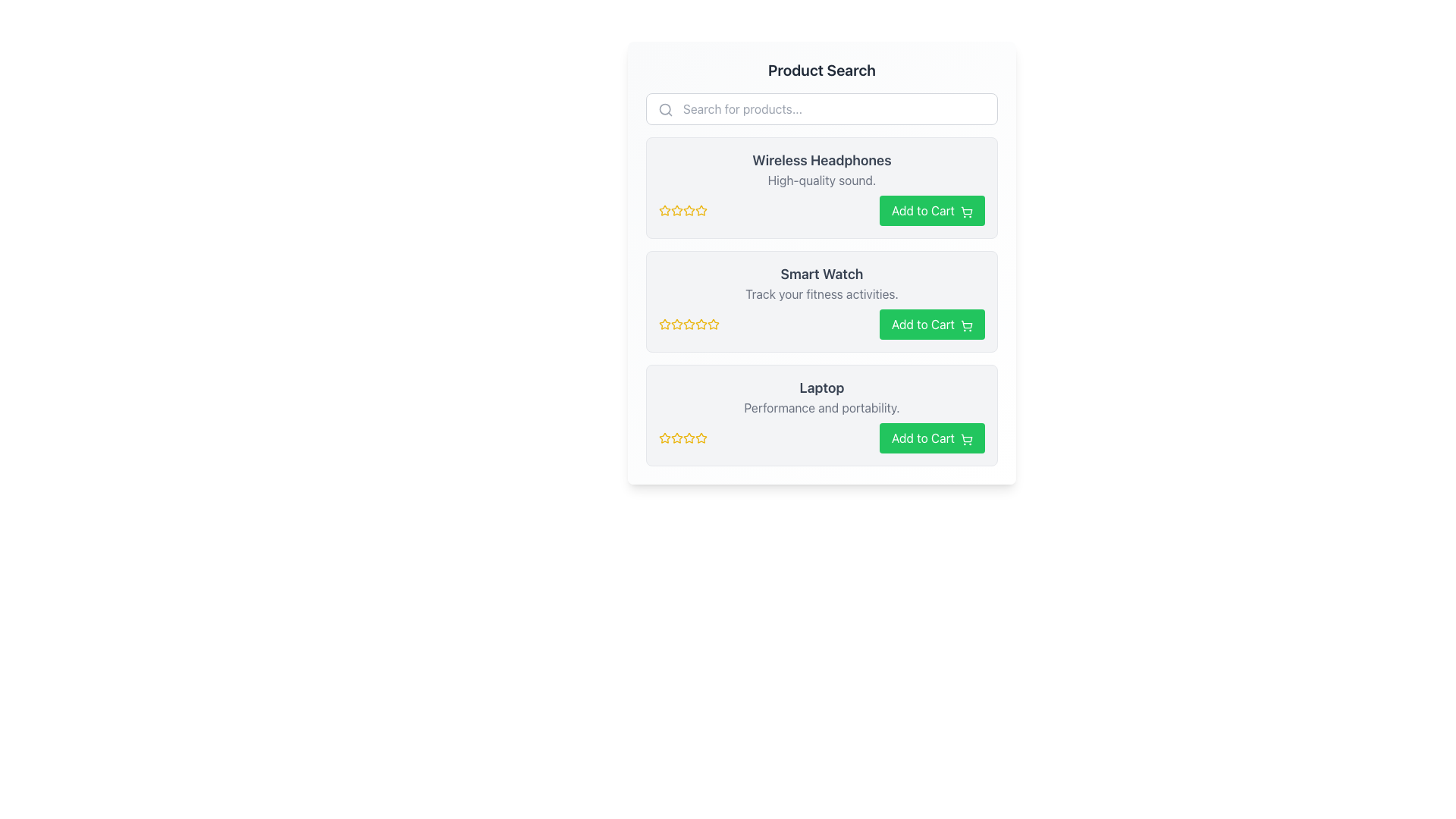  What do you see at coordinates (821, 388) in the screenshot?
I see `the product title text label located within the product card in the search results interface, positioned above the description text and below the product rating stars` at bounding box center [821, 388].